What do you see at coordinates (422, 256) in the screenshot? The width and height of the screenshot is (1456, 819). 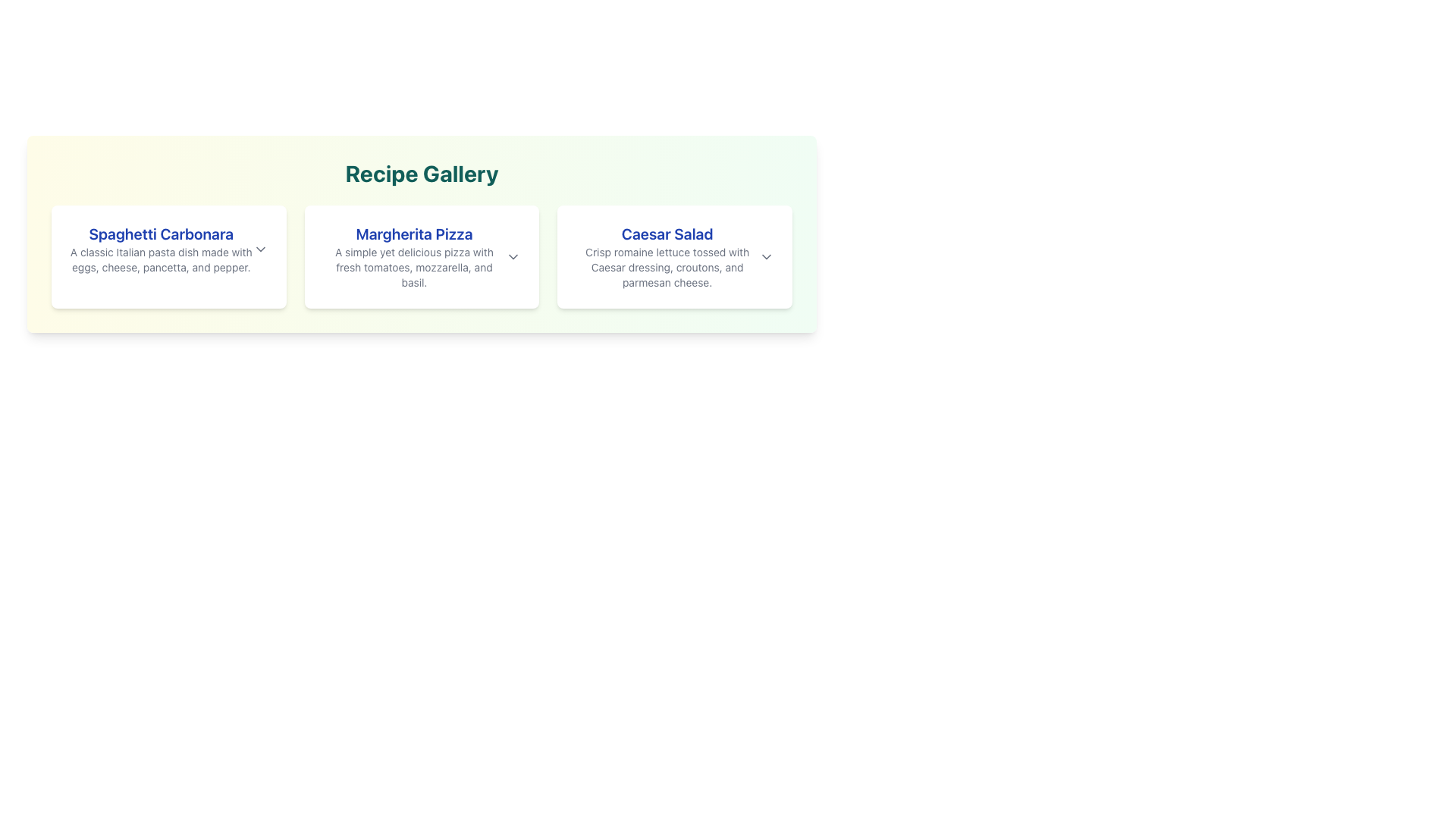 I see `the informational card titled 'Margherita Pizza'` at bounding box center [422, 256].